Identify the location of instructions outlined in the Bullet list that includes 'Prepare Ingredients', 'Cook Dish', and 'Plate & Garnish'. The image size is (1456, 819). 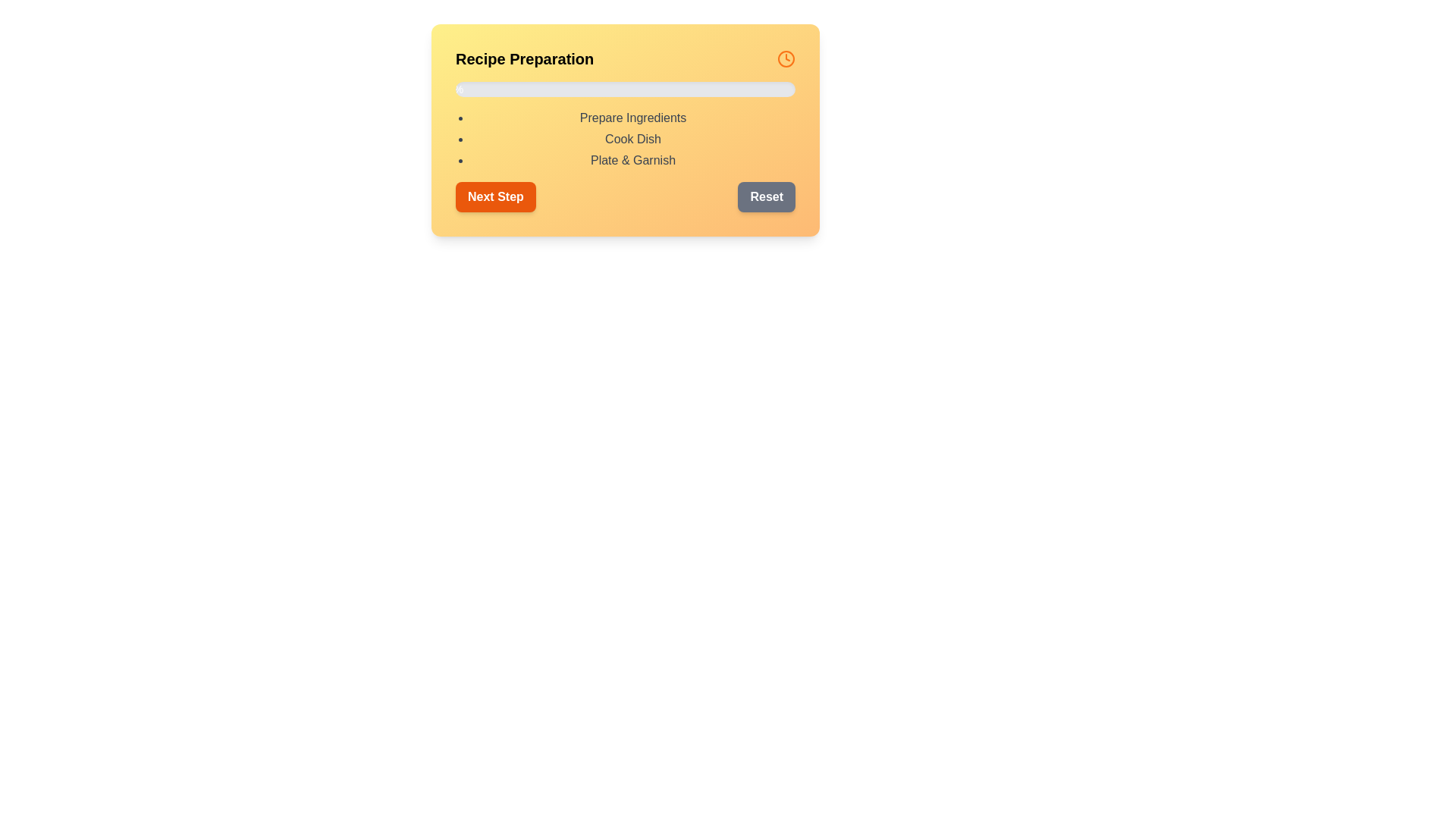
(626, 140).